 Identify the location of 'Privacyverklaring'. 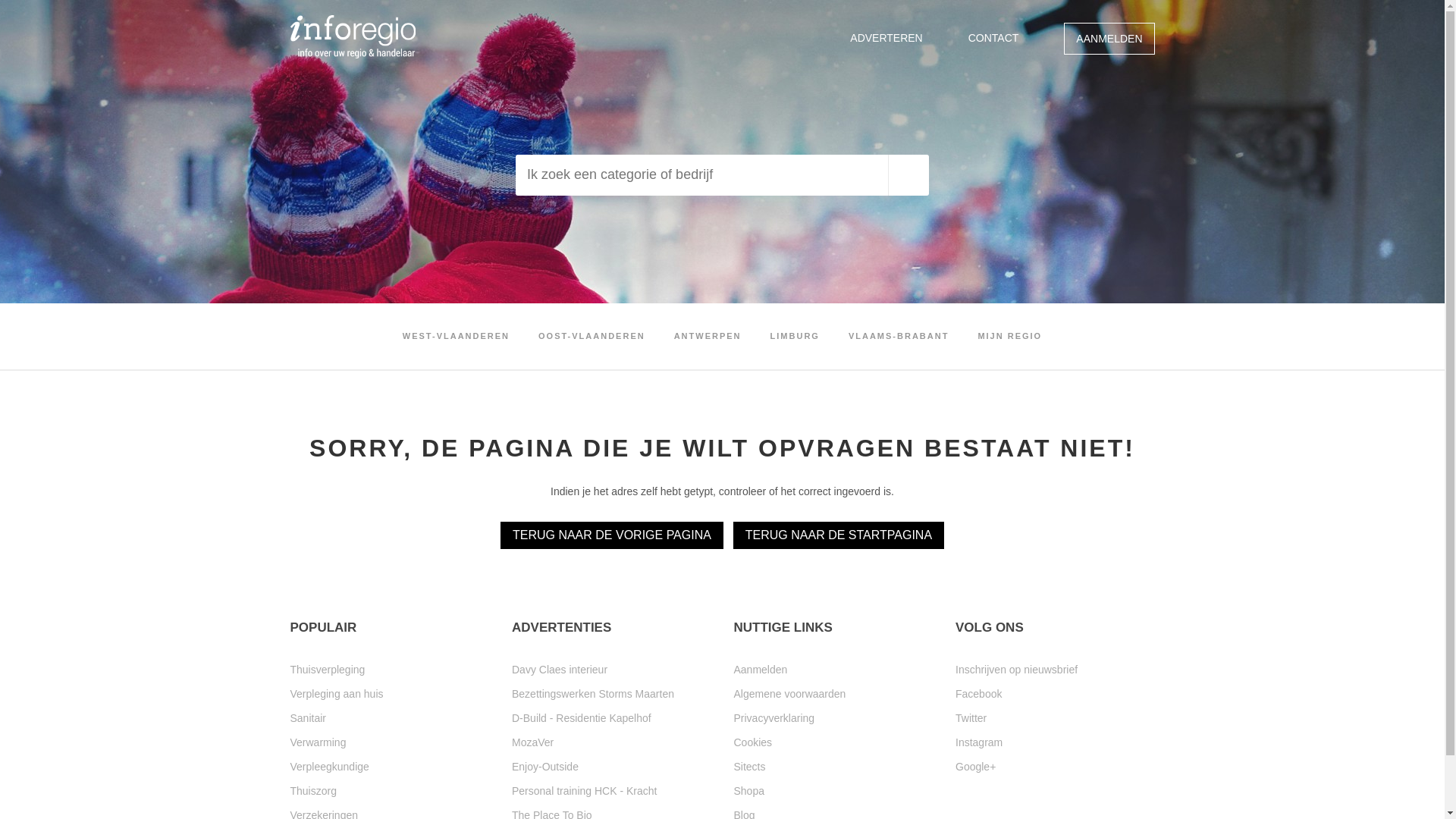
(734, 717).